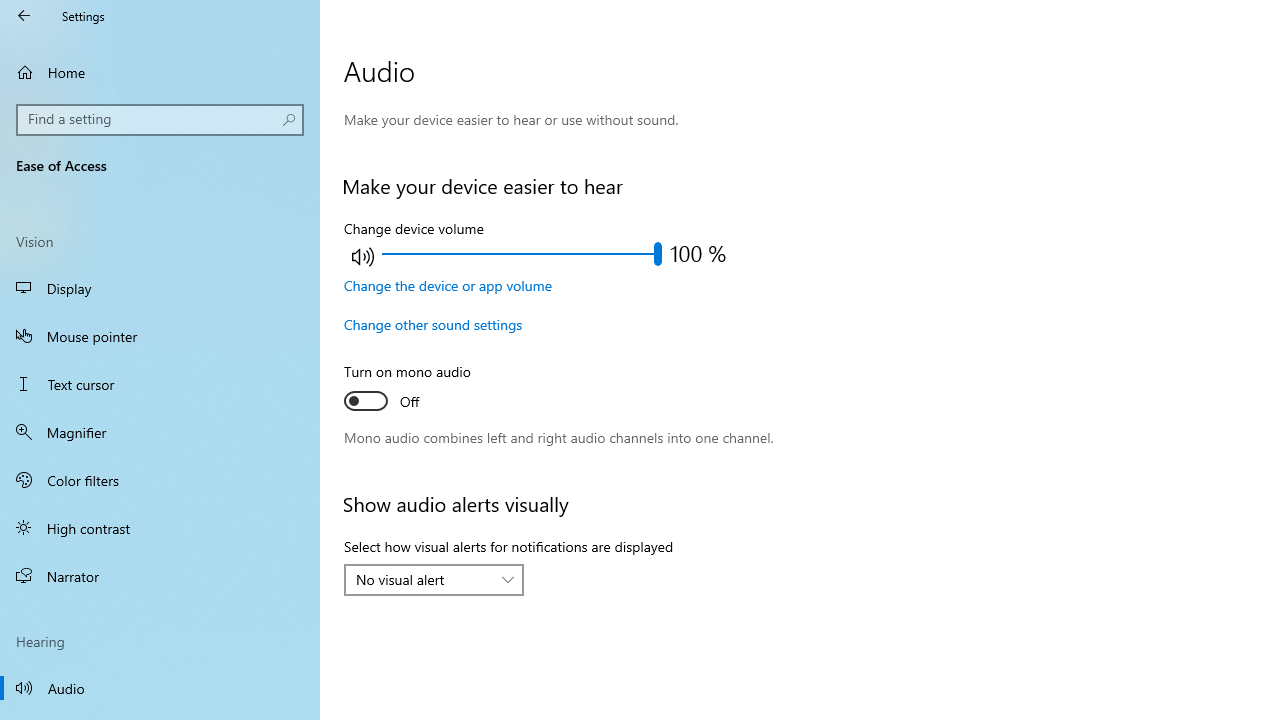  Describe the element at coordinates (160, 431) in the screenshot. I see `'Magnifier'` at that location.